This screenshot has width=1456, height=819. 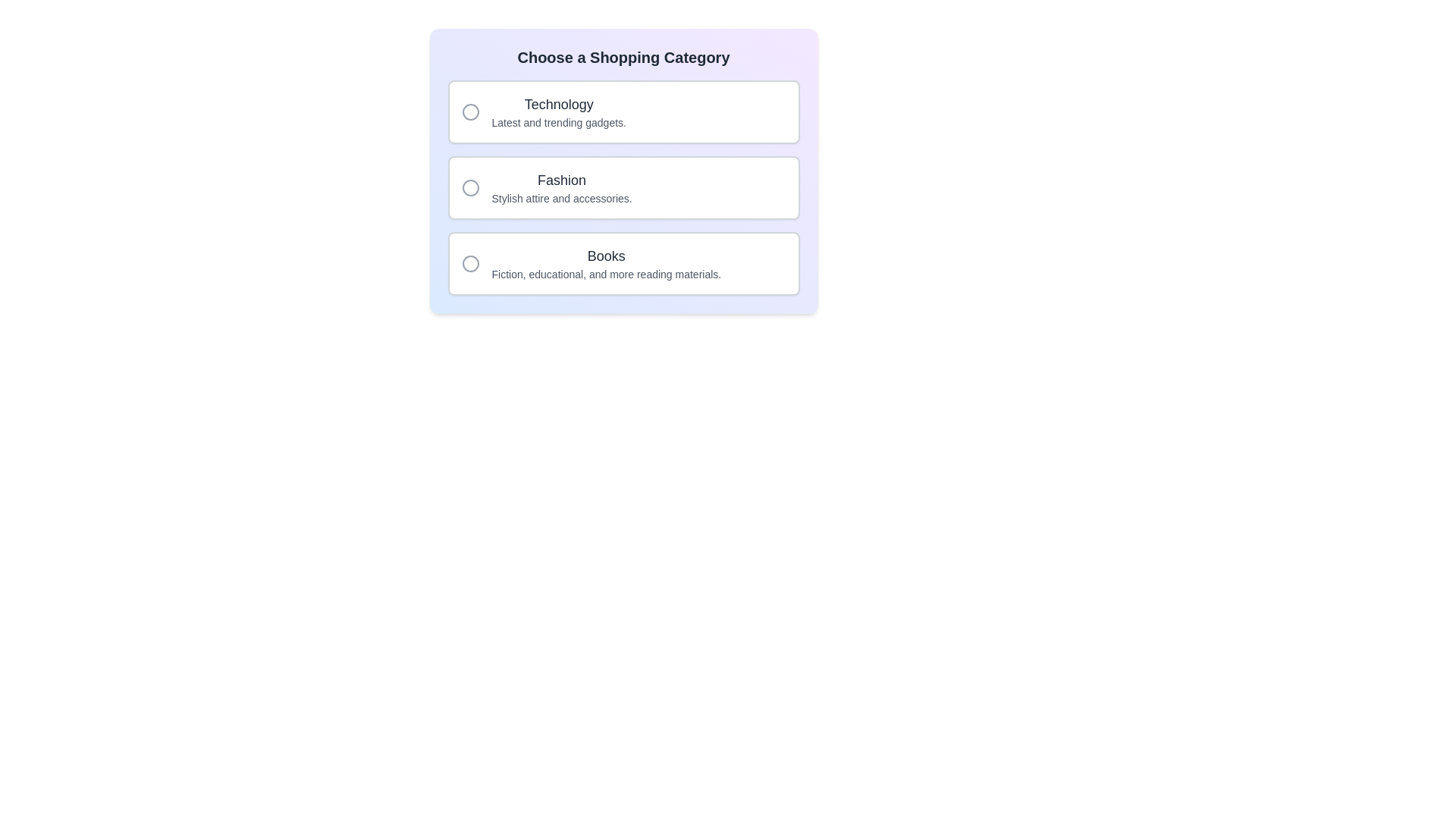 What do you see at coordinates (558, 122) in the screenshot?
I see `the descriptive text label located below the 'Technology' title in the 'Choose a Shopping Category' interface` at bounding box center [558, 122].